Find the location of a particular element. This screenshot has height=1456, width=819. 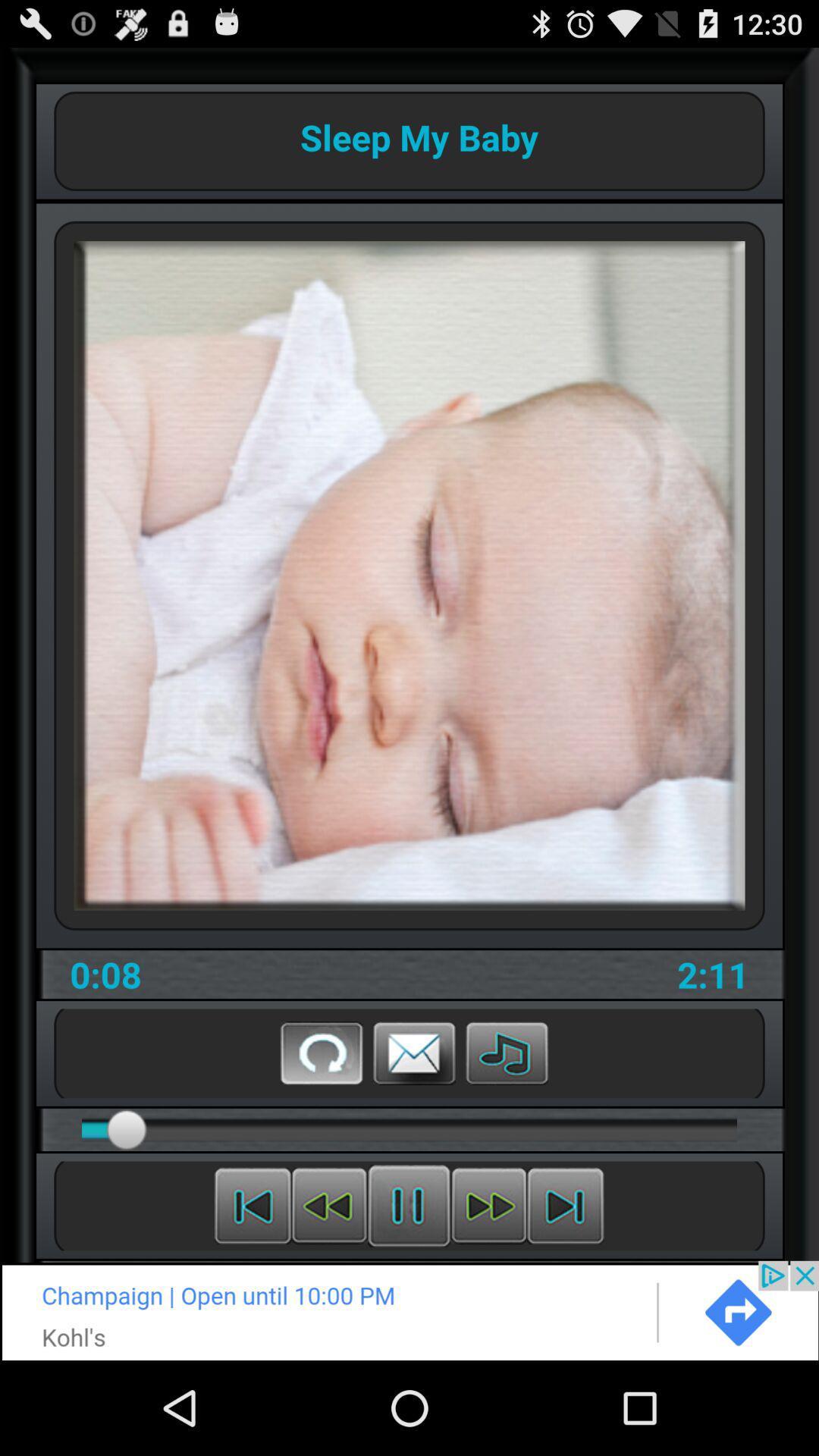

comment box is located at coordinates (414, 1052).